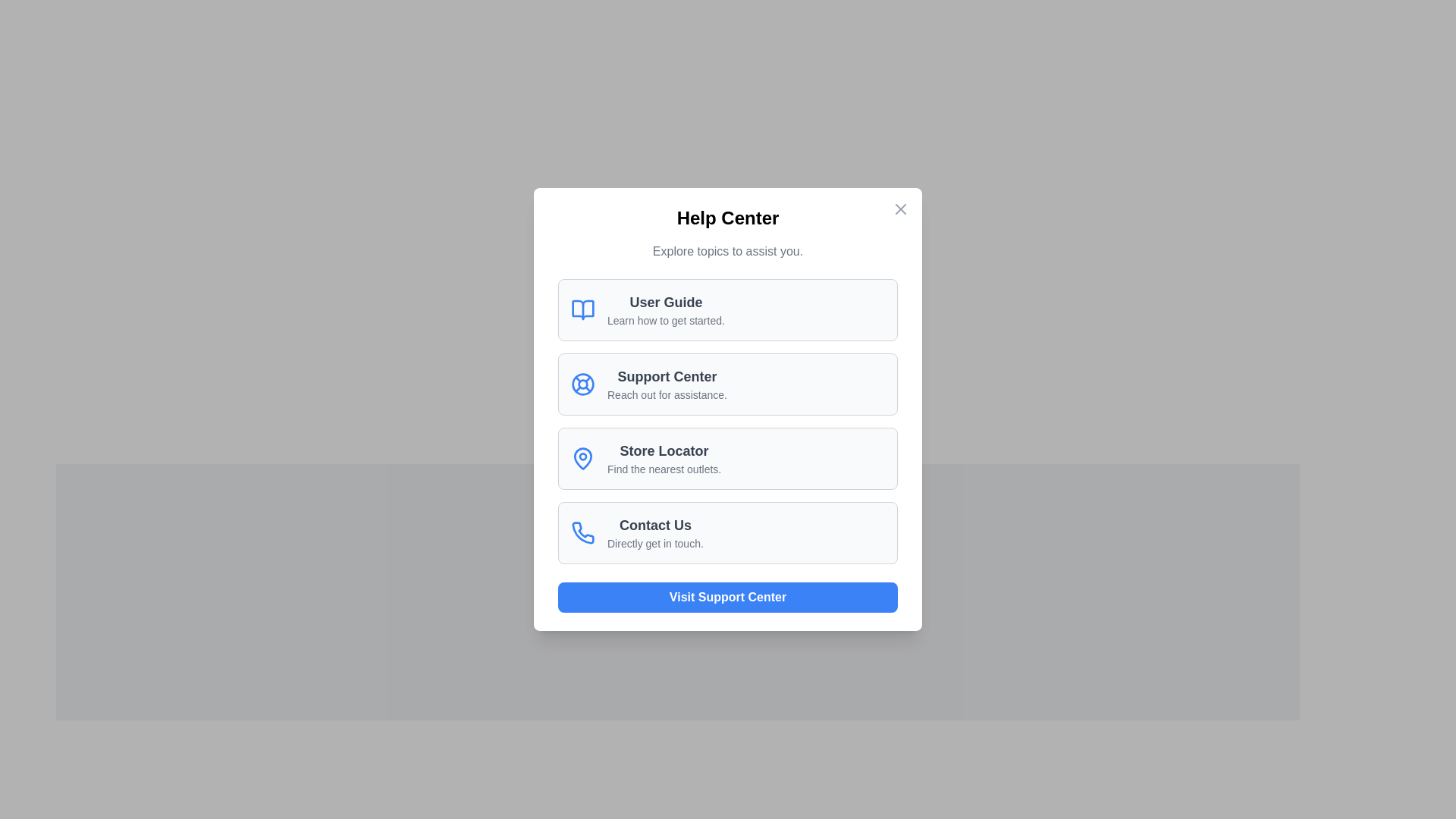 The image size is (1456, 819). What do you see at coordinates (901, 209) in the screenshot?
I see `the close icon button located in the top-right corner of the Help Center dialog box` at bounding box center [901, 209].